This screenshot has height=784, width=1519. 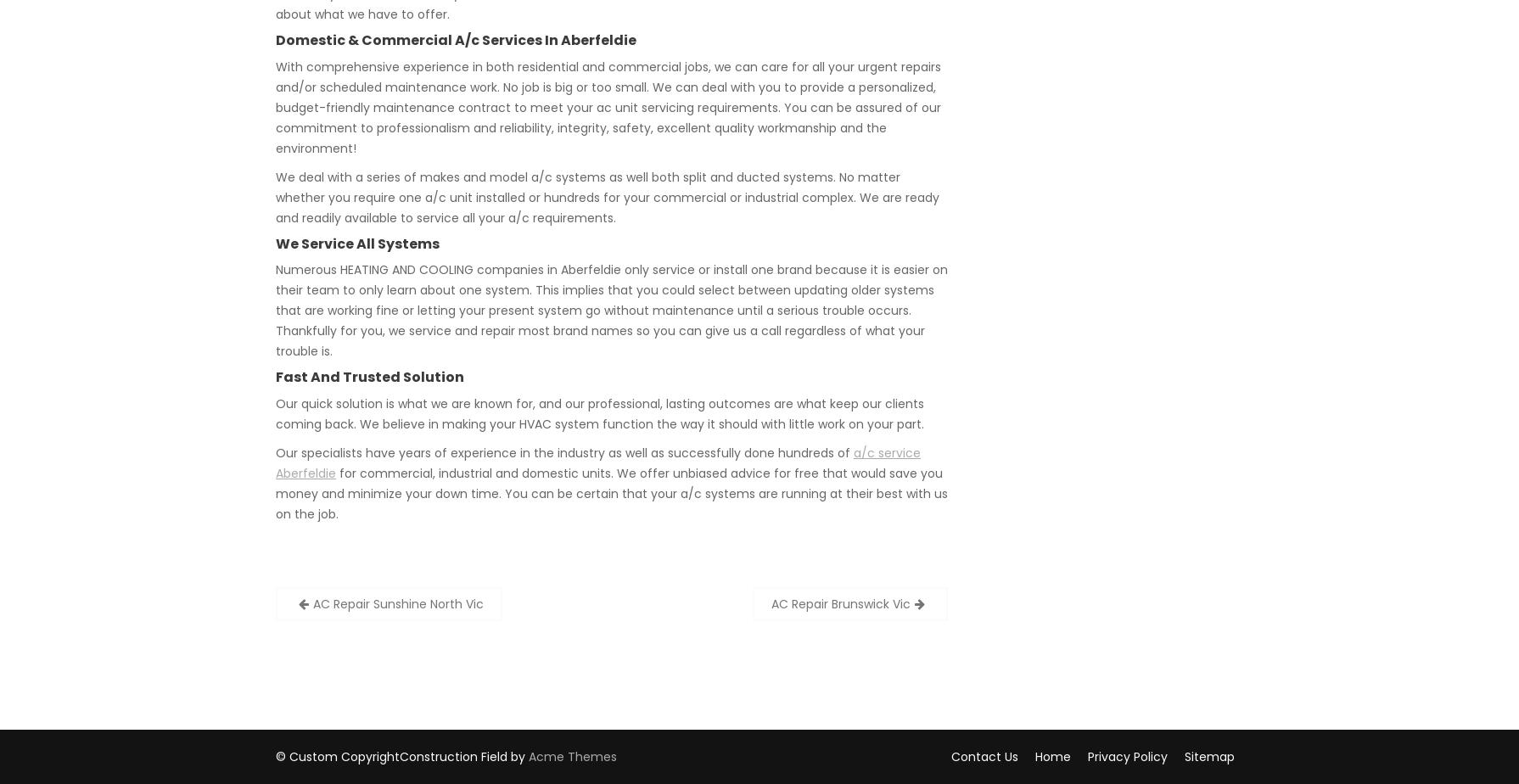 I want to click on 'Privacy Policy', so click(x=1128, y=756).